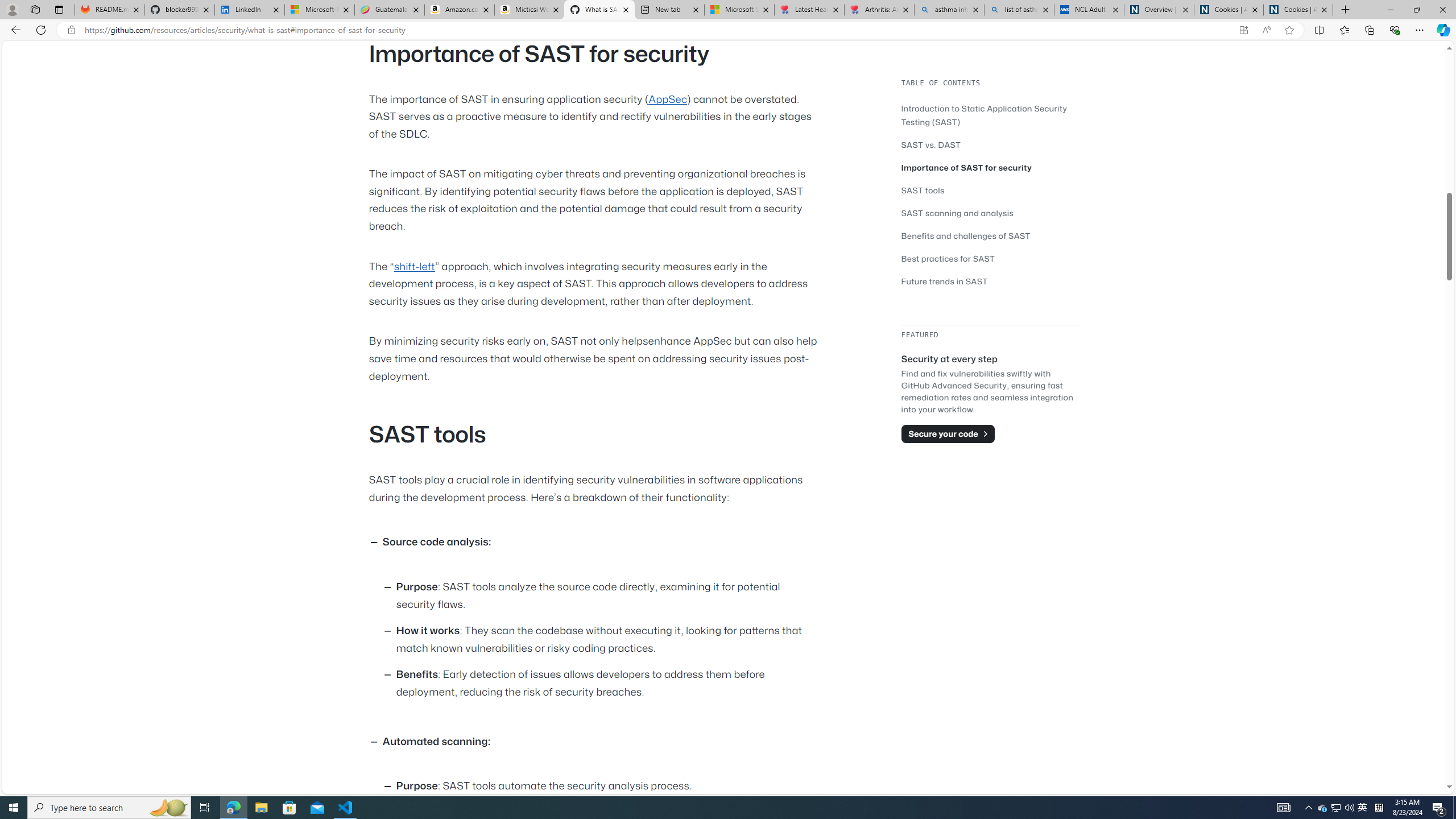 Image resolution: width=1456 pixels, height=819 pixels. Describe the element at coordinates (667, 98) in the screenshot. I see `'AppSec'` at that location.